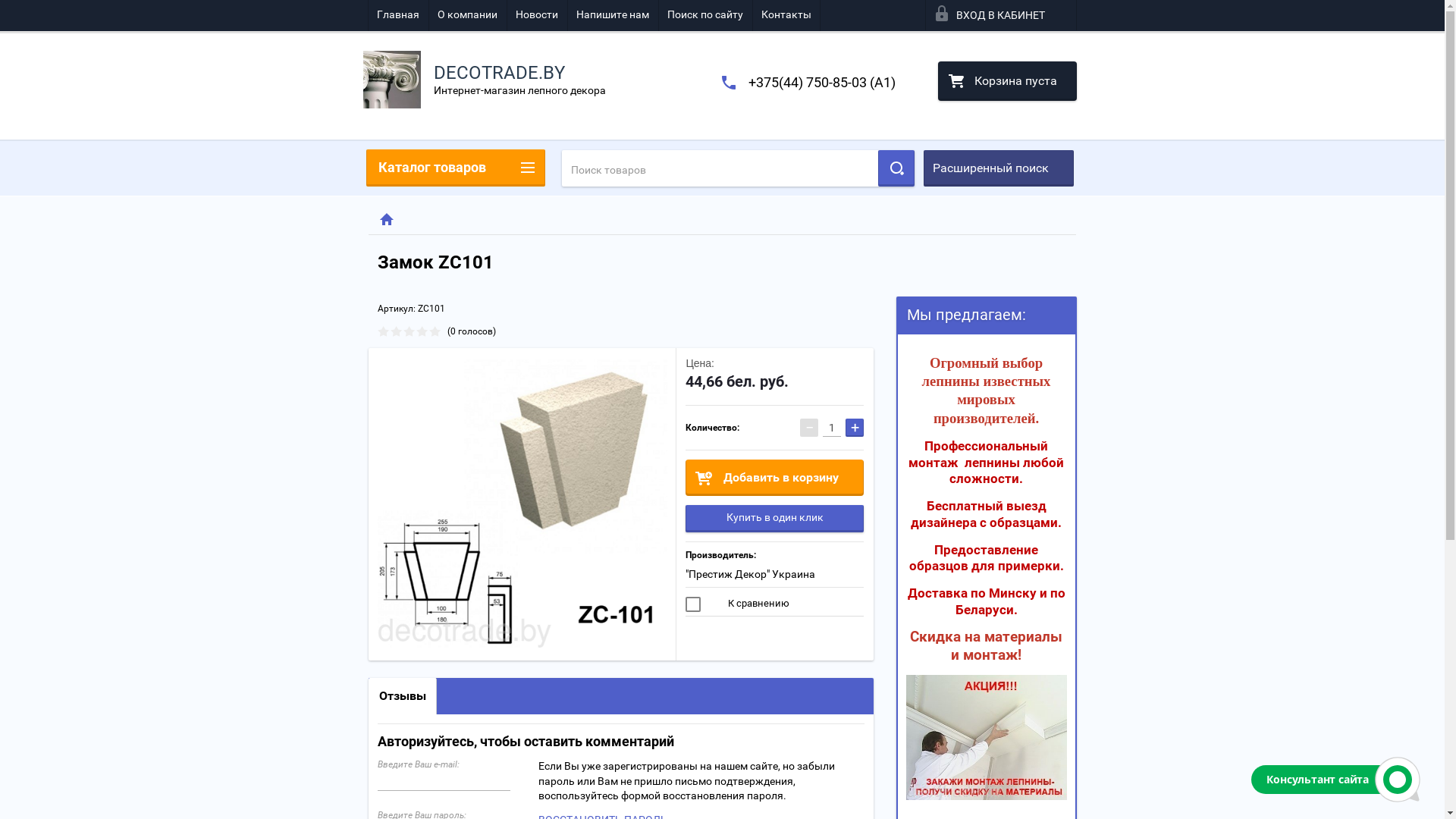 This screenshot has height=819, width=1456. What do you see at coordinates (844, 427) in the screenshot?
I see `'+'` at bounding box center [844, 427].